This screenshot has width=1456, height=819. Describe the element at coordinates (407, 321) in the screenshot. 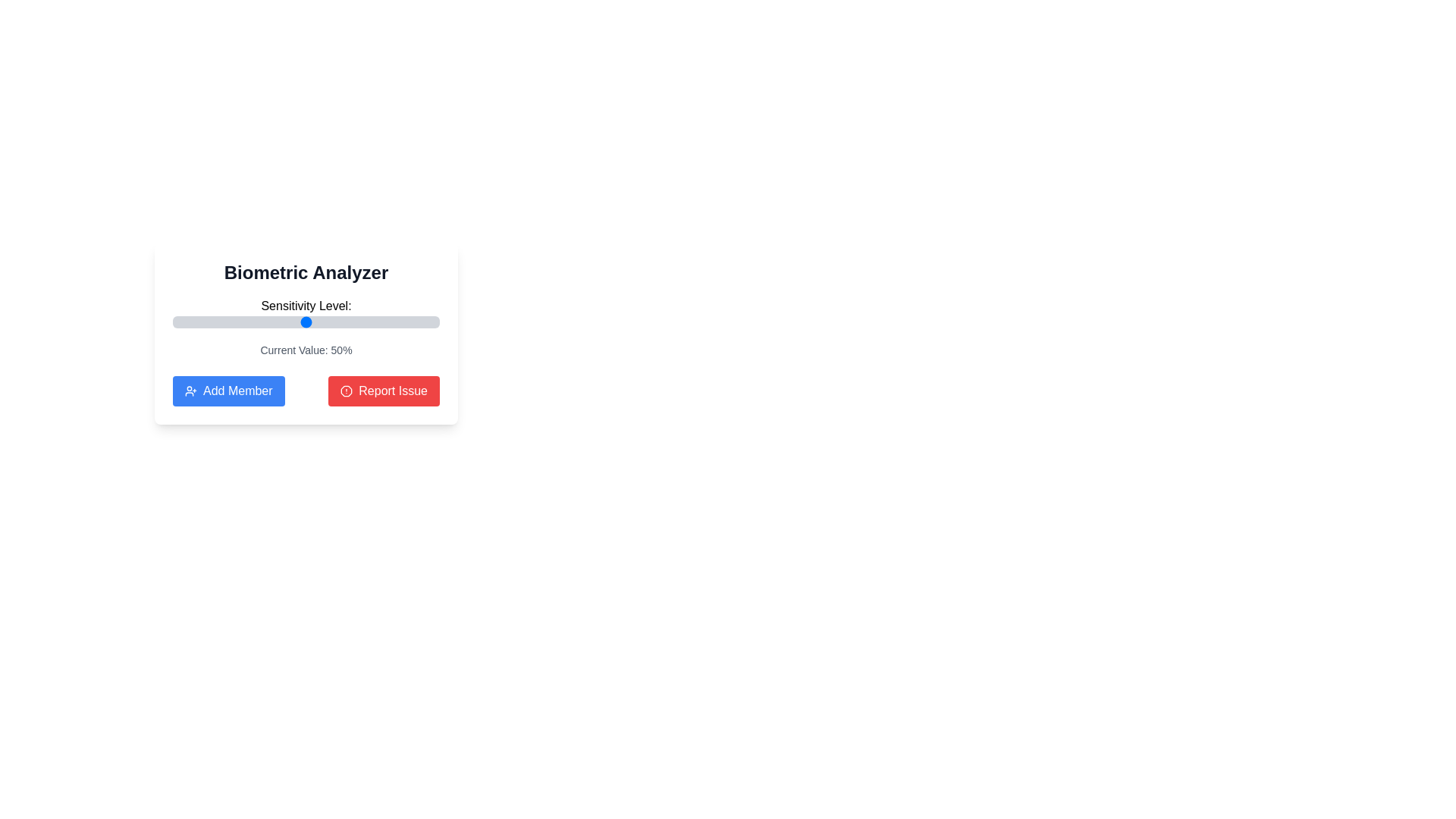

I see `the sensitivity level` at that location.